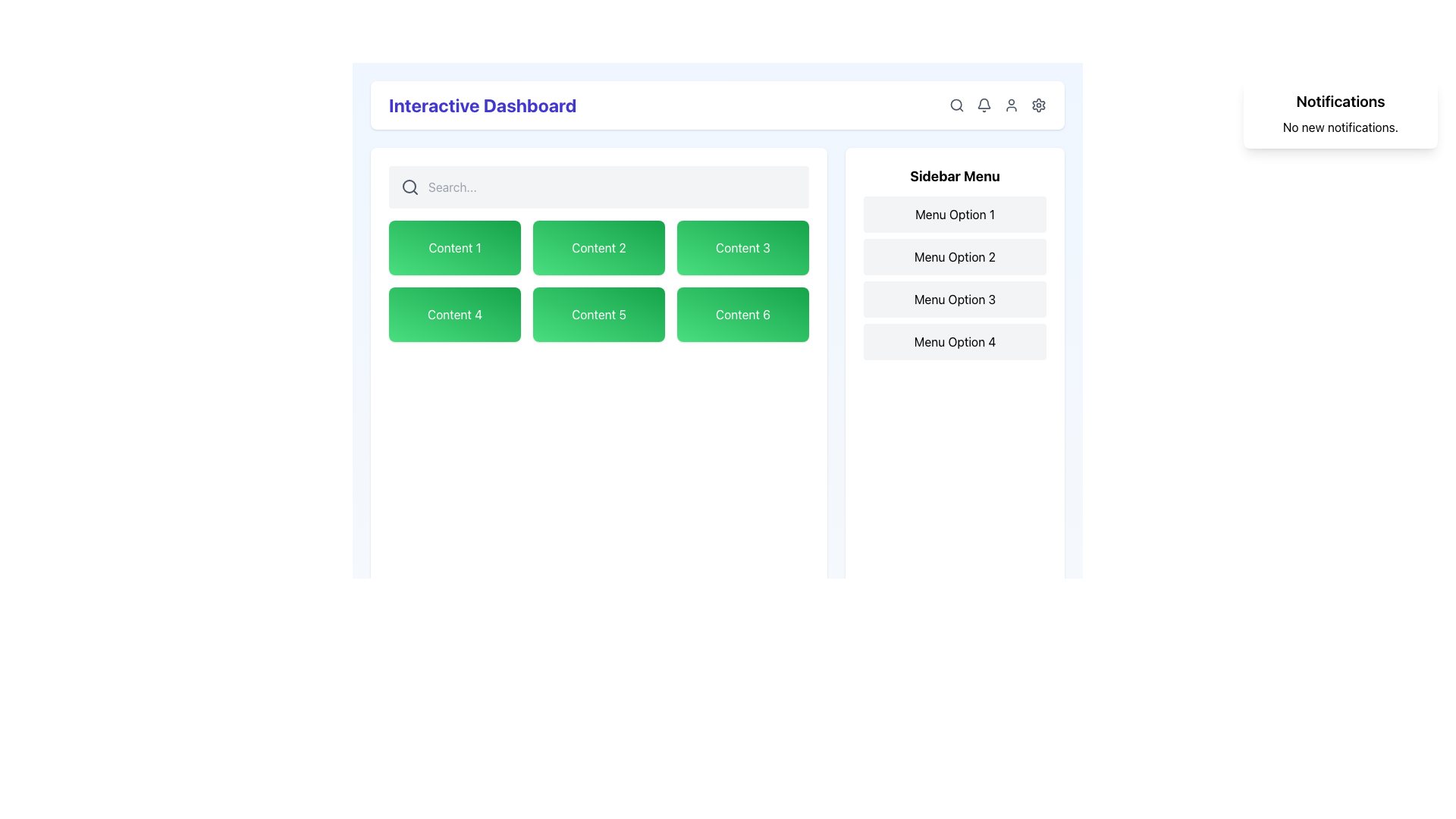  I want to click on the search icon located at the top left of the search bar, which serves as a visual cue for the search functionality, so click(410, 186).